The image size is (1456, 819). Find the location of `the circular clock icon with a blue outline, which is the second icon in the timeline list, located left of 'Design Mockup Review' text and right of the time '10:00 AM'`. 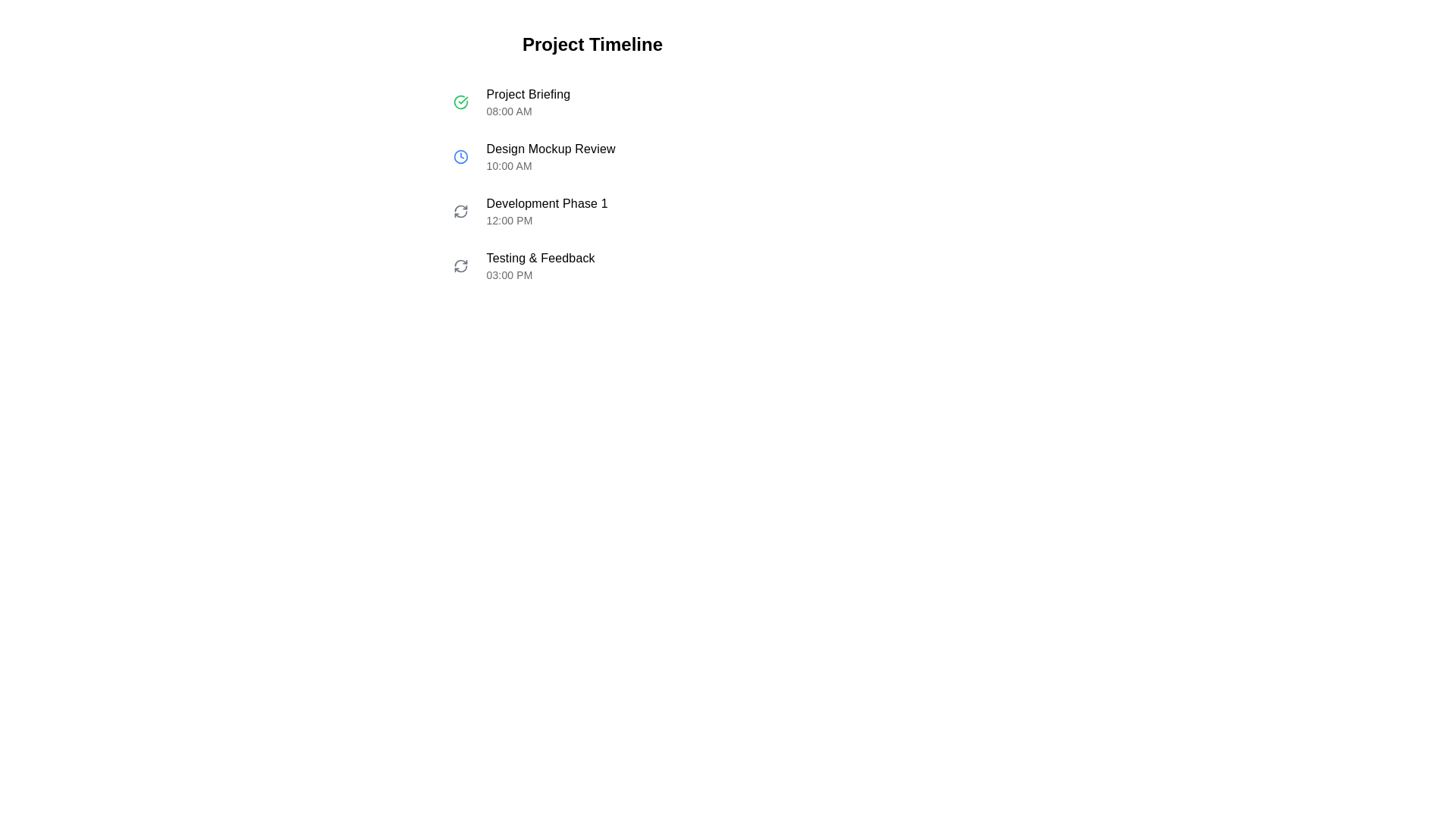

the circular clock icon with a blue outline, which is the second icon in the timeline list, located left of 'Design Mockup Review' text and right of the time '10:00 AM' is located at coordinates (460, 157).